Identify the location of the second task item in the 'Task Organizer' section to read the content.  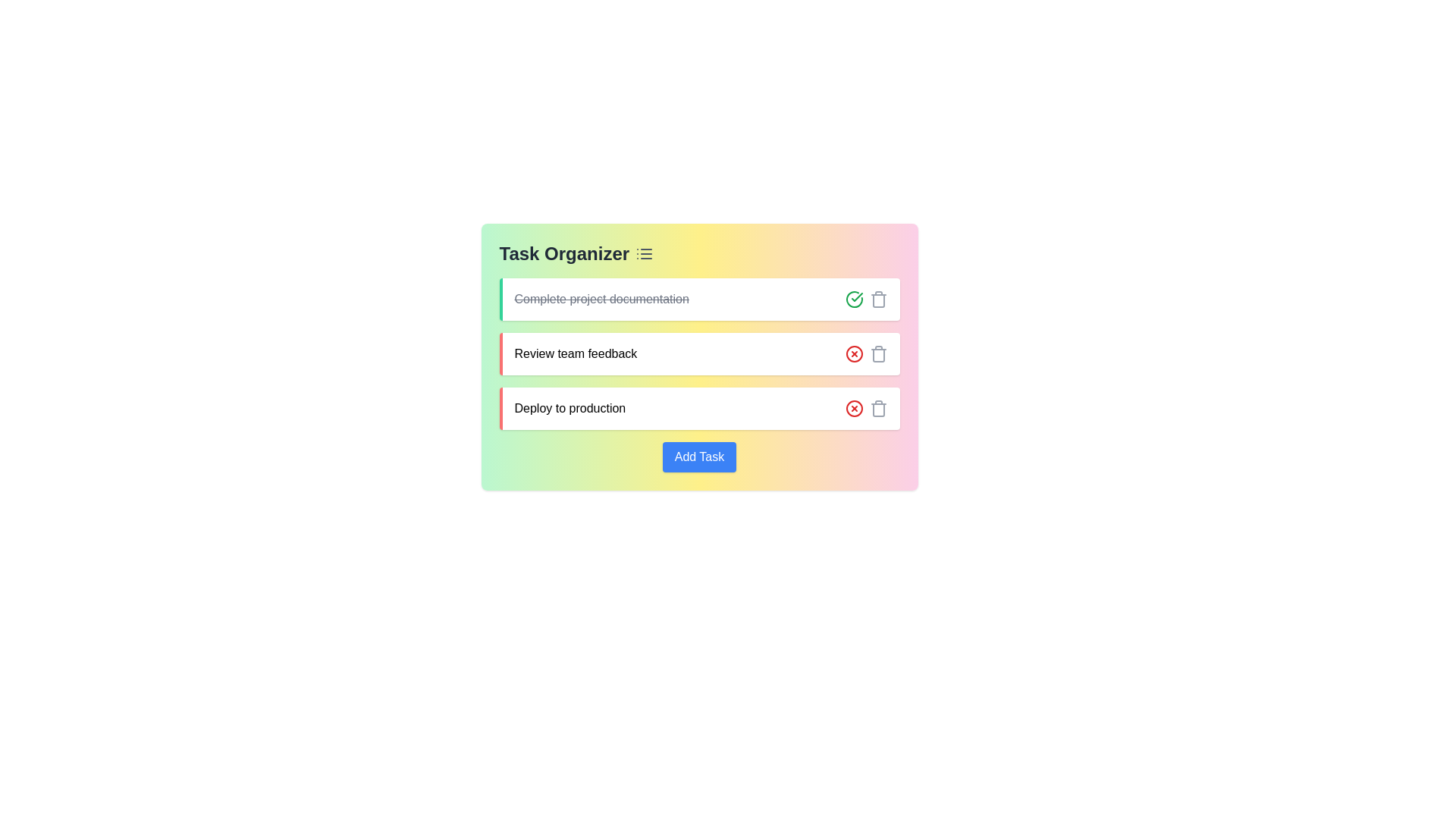
(698, 353).